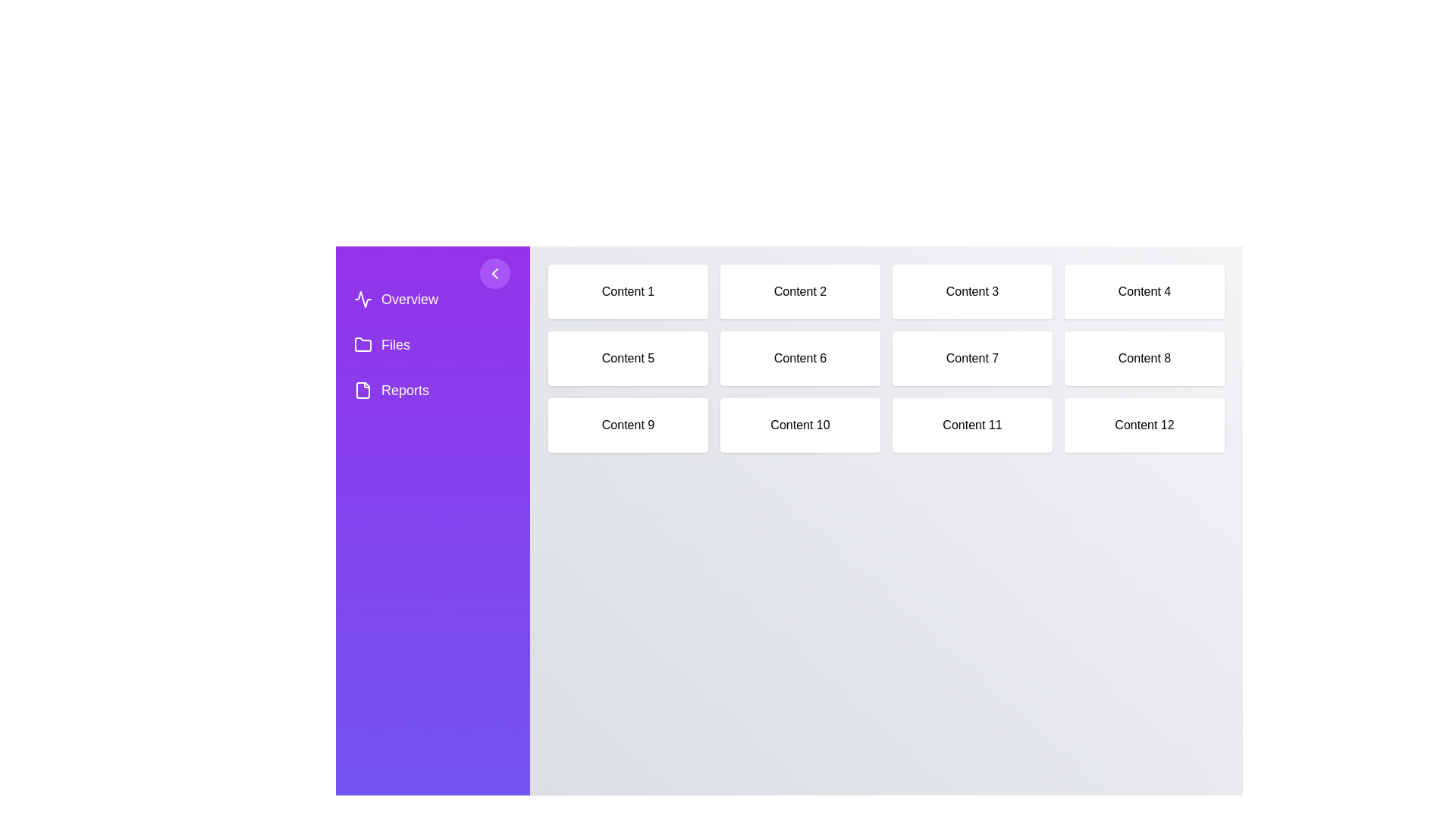 This screenshot has height=819, width=1456. What do you see at coordinates (432, 299) in the screenshot?
I see `the navigation item labeled Overview to highlight it` at bounding box center [432, 299].